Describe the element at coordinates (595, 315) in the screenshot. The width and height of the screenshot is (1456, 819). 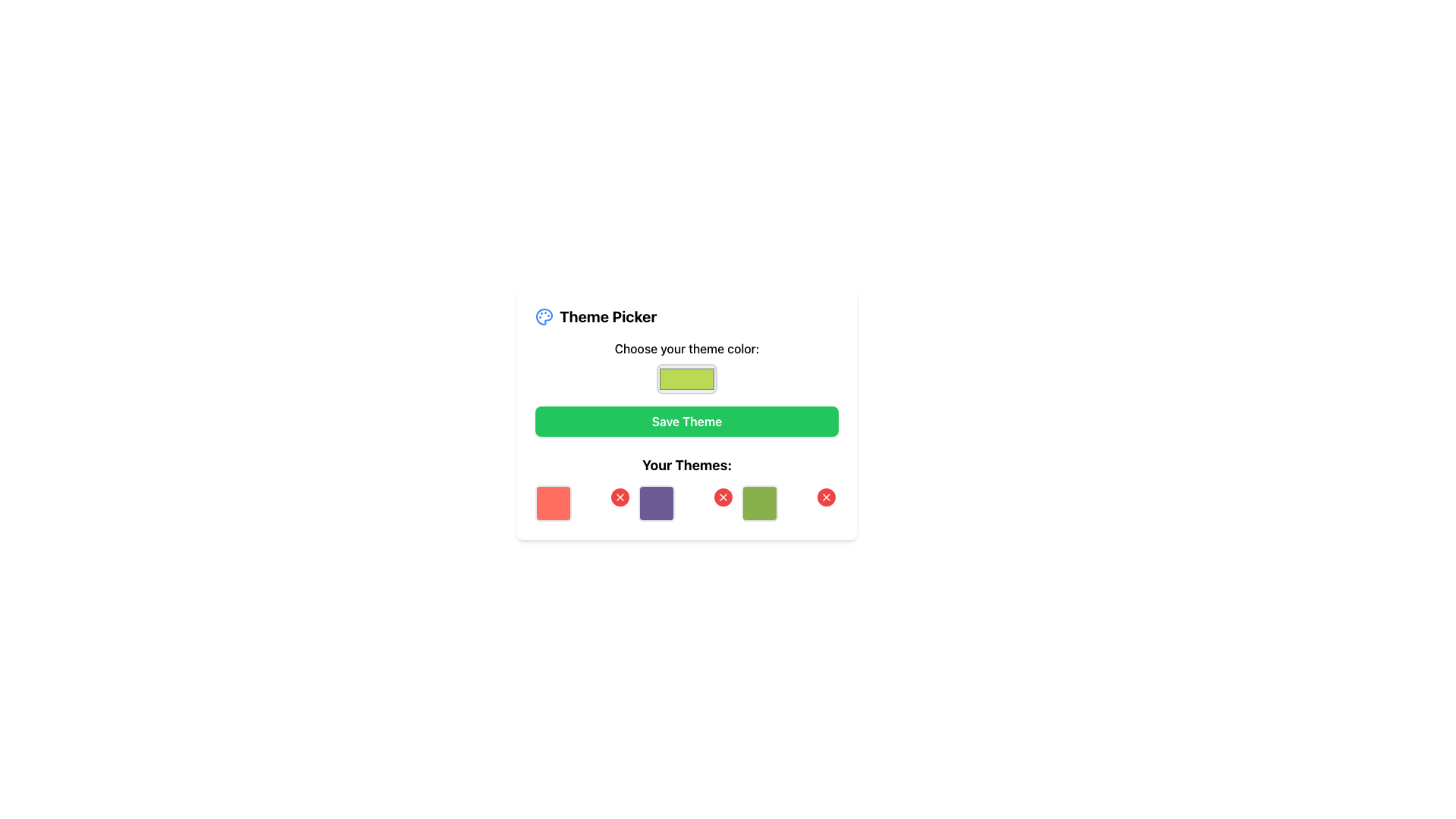
I see `the 'Theme Picker' label with a blue palette icon, located at the top of the card-like component, adjacent to the 'Choose your theme color' subtitle` at that location.